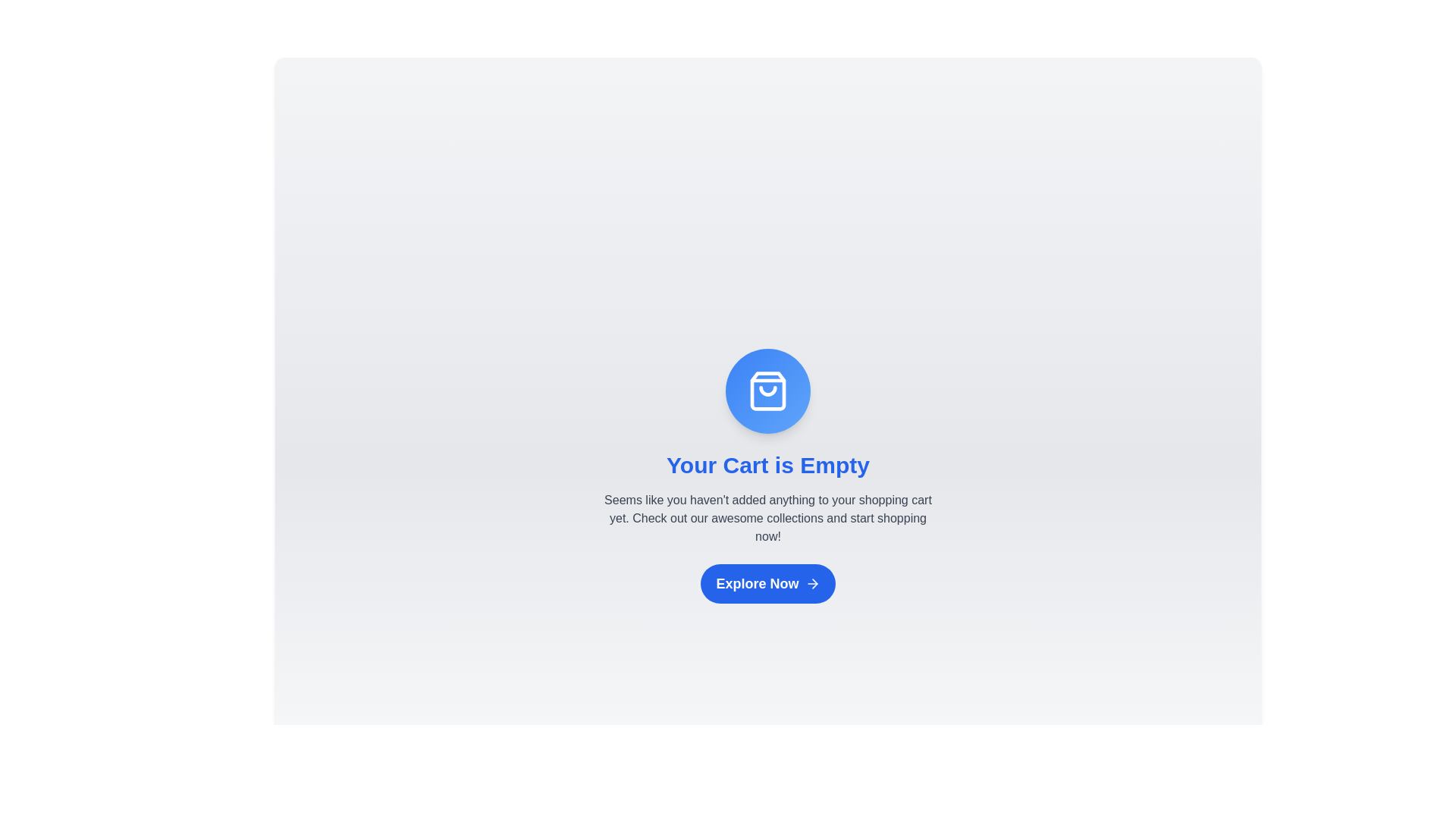 This screenshot has height=819, width=1456. What do you see at coordinates (767, 464) in the screenshot?
I see `the static text label displaying 'Your Cart is Empty', which is styled in bold, 3xl-sized blue font and is positioned below a shopping bag icon and above a descriptive text and a blue button labeled 'Explore Now'` at bounding box center [767, 464].